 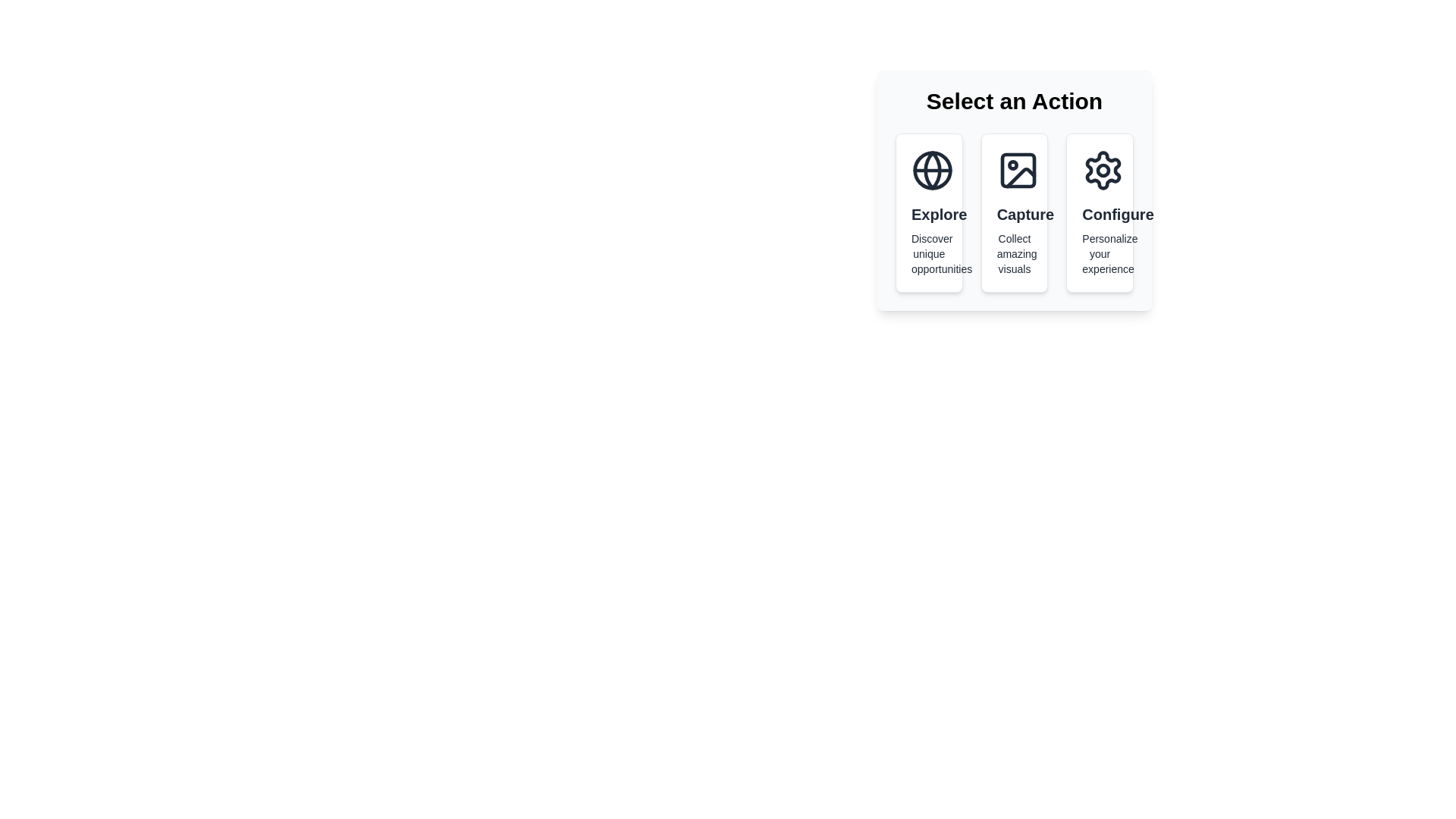 What do you see at coordinates (1021, 177) in the screenshot?
I see `the third icon representing the 'Capture' action, which symbolizes photography or image collection` at bounding box center [1021, 177].